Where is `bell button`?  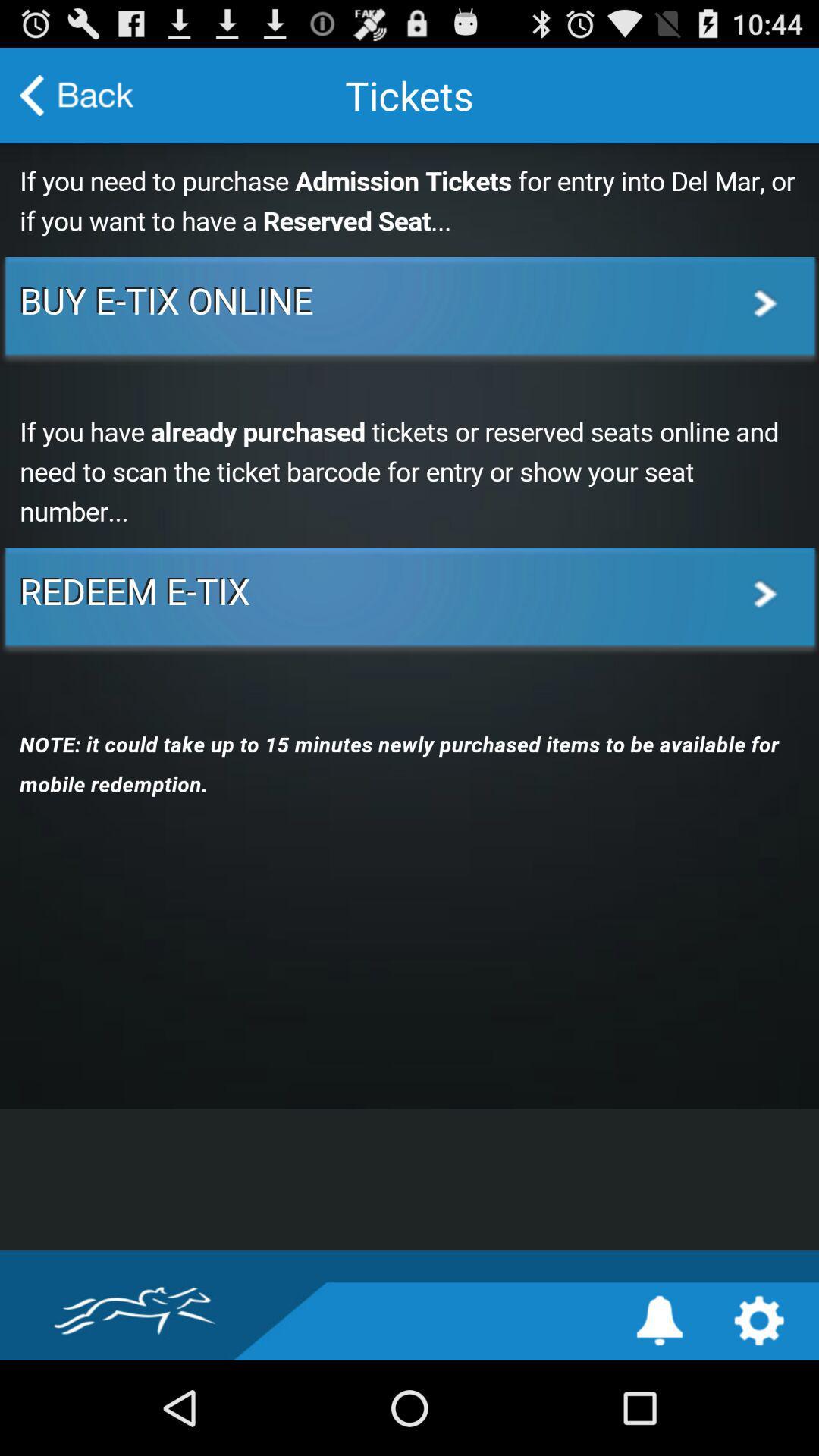
bell button is located at coordinates (659, 1319).